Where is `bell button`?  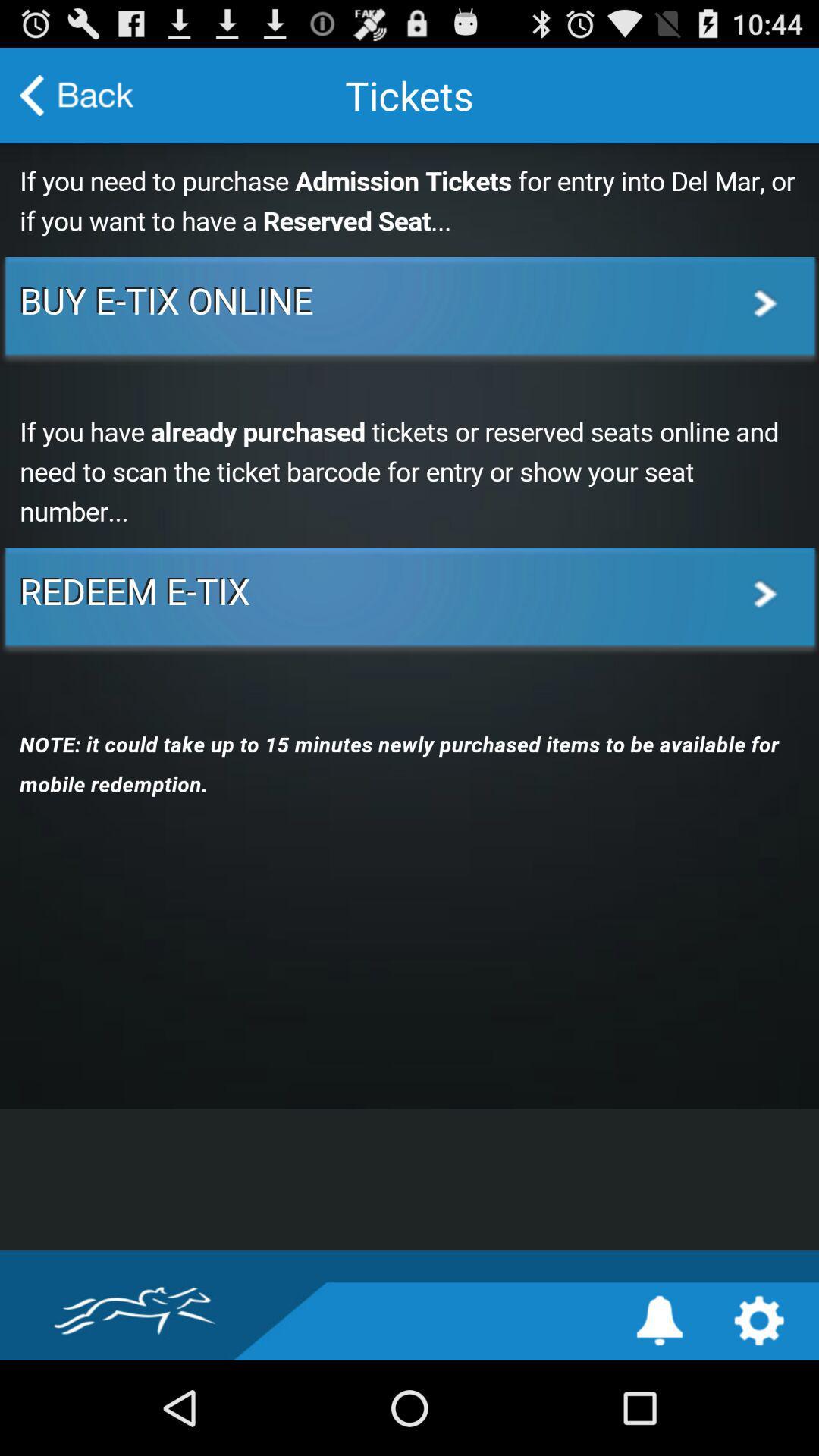
bell button is located at coordinates (659, 1319).